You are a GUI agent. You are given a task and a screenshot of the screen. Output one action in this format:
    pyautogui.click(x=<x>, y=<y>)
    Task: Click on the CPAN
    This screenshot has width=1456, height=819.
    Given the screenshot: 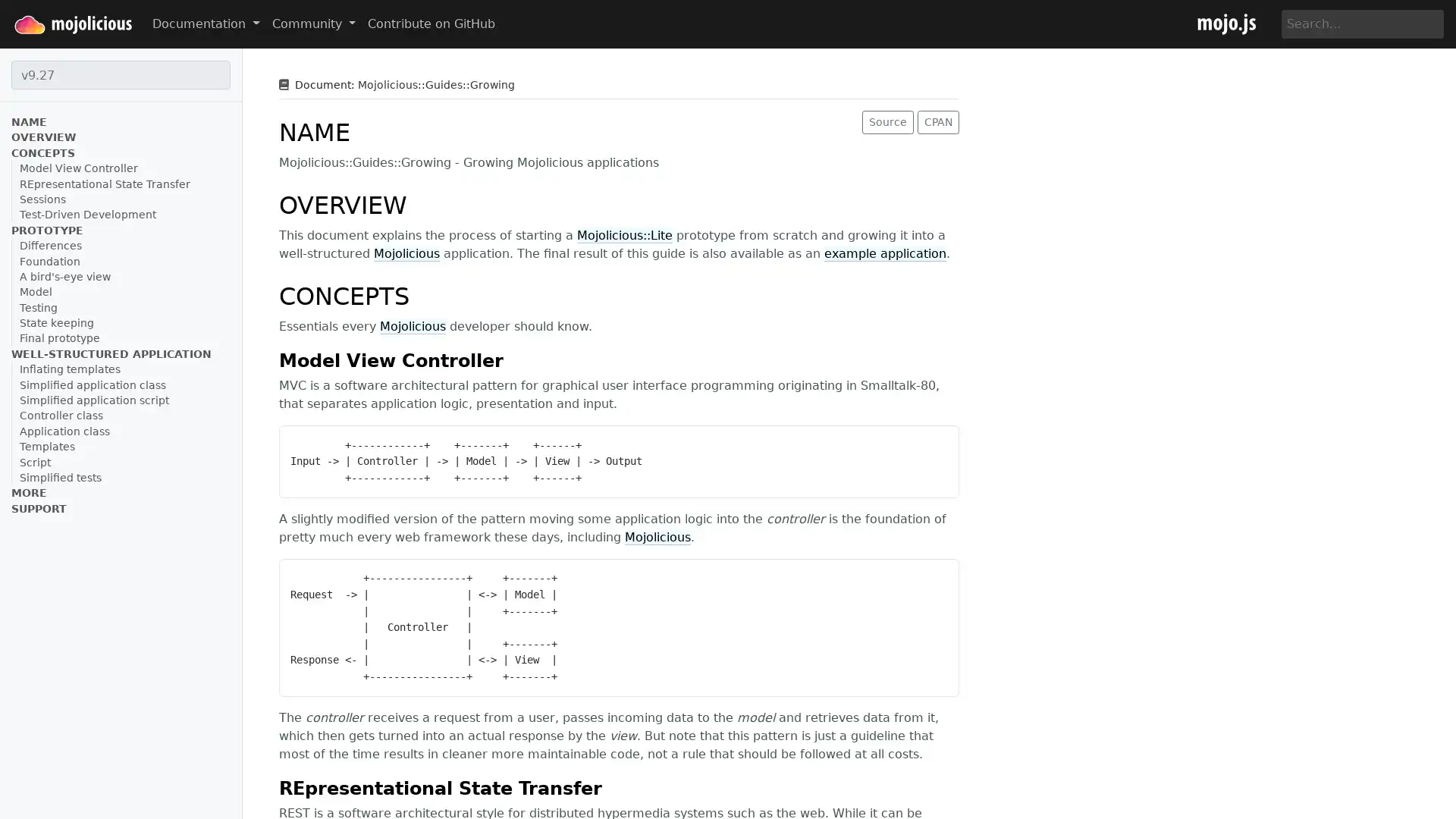 What is the action you would take?
    pyautogui.click(x=937, y=121)
    